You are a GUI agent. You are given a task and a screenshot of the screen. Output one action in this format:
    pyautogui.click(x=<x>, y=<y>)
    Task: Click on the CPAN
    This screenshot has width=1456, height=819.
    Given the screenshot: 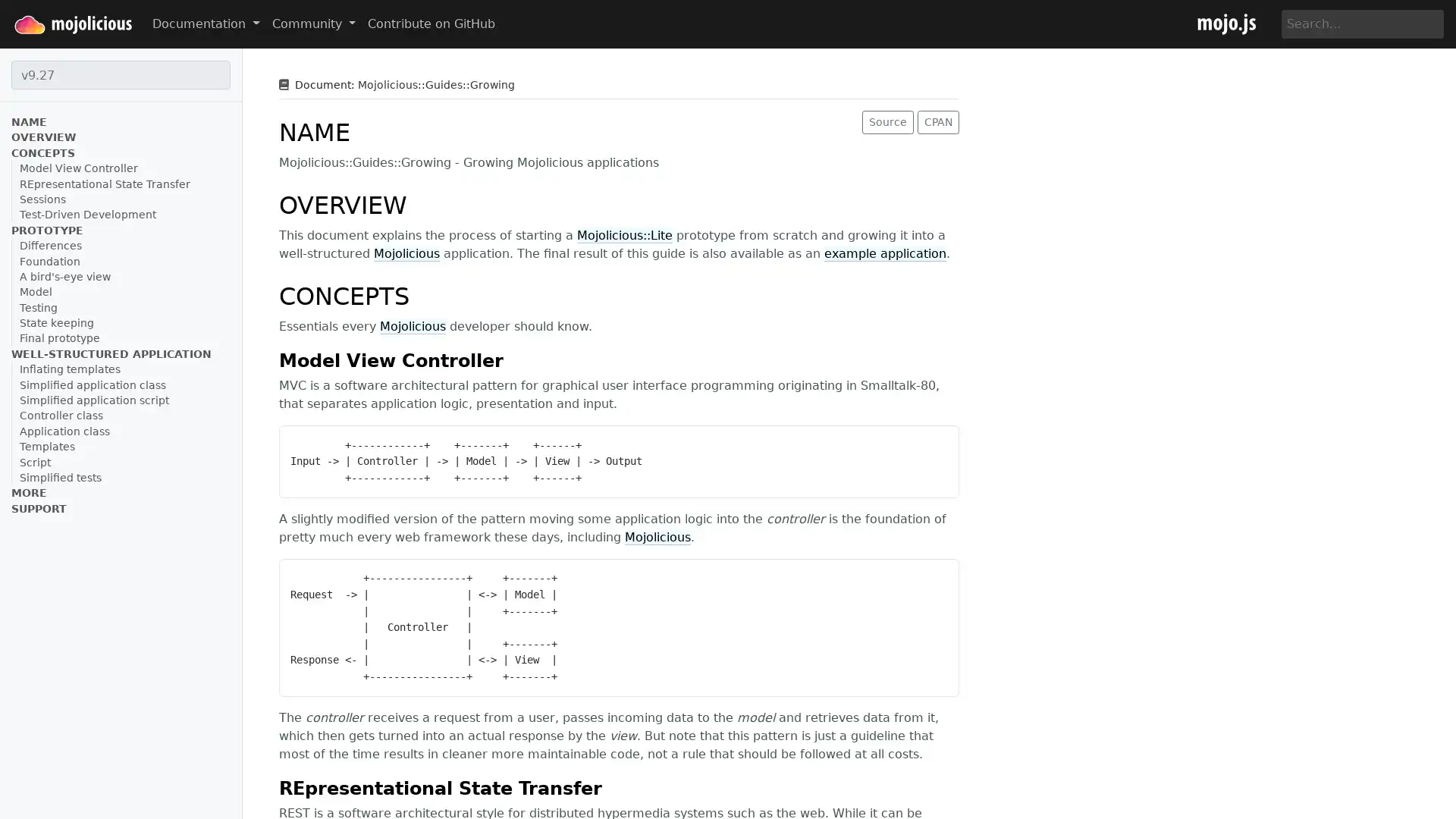 What is the action you would take?
    pyautogui.click(x=937, y=121)
    